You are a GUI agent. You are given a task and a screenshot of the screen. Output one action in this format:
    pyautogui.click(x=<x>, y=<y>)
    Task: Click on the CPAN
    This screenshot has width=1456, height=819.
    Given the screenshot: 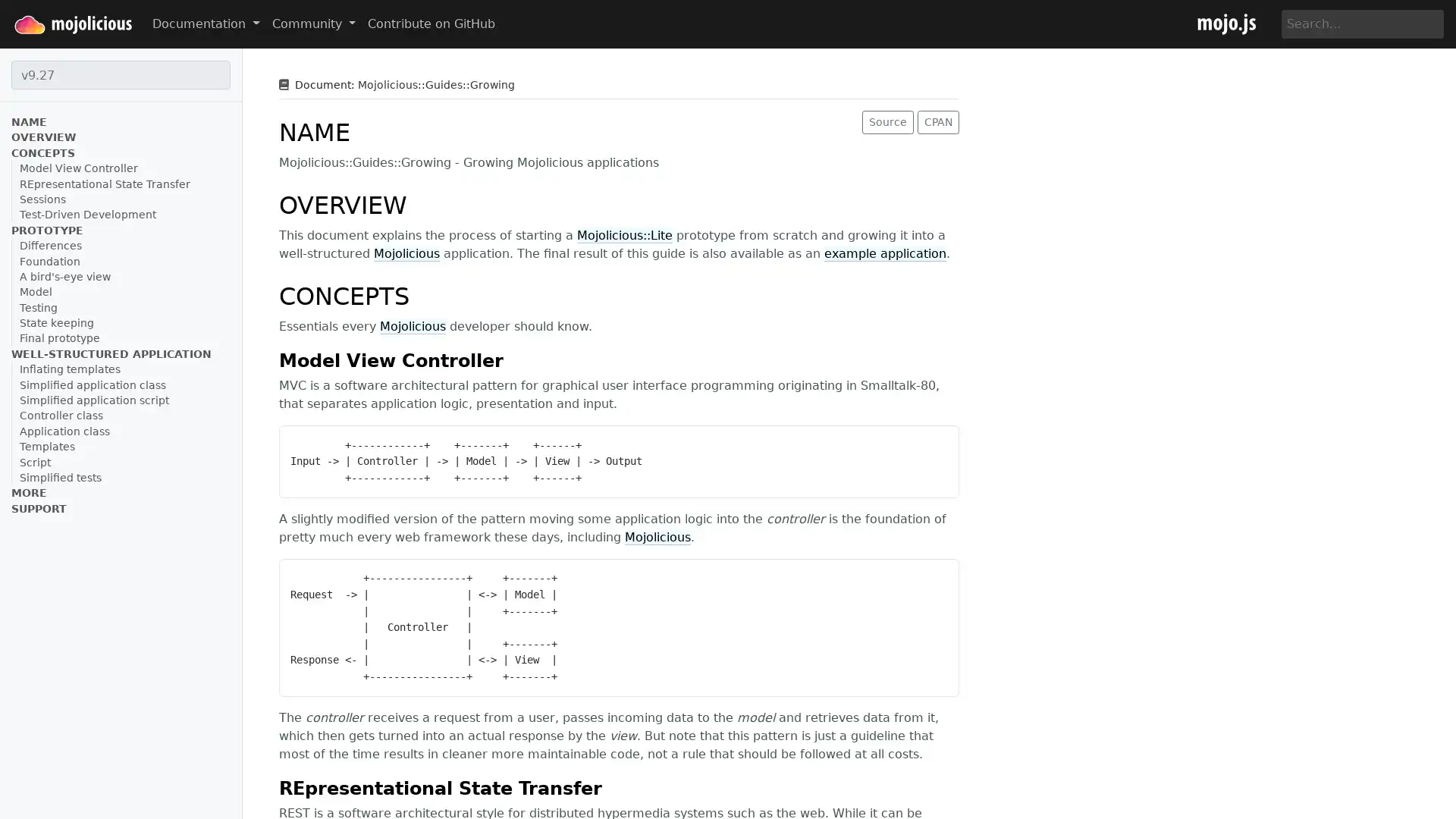 What is the action you would take?
    pyautogui.click(x=937, y=121)
    